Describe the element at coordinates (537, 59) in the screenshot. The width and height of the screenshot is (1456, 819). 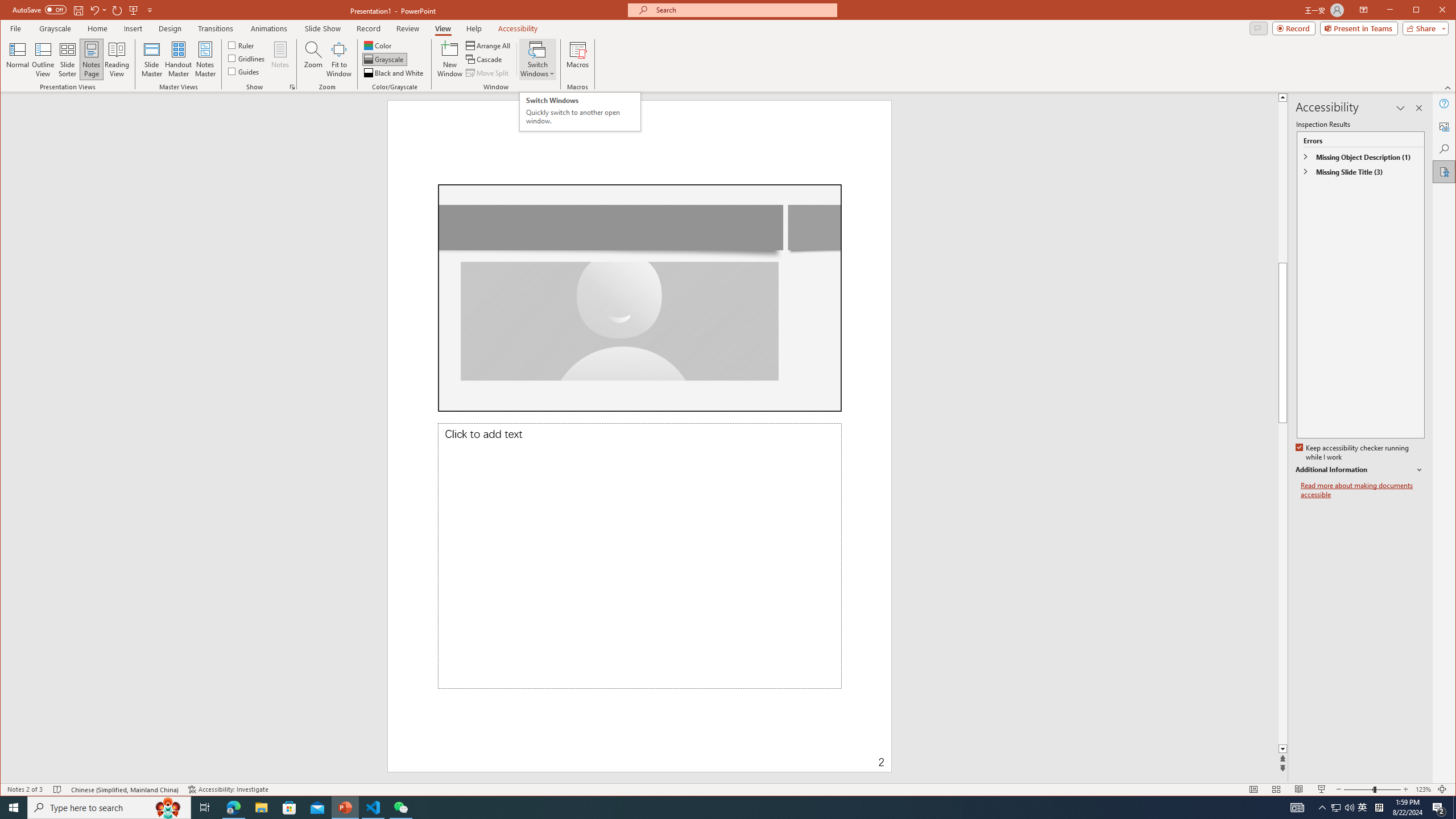
I see `'Switch Windows'` at that location.